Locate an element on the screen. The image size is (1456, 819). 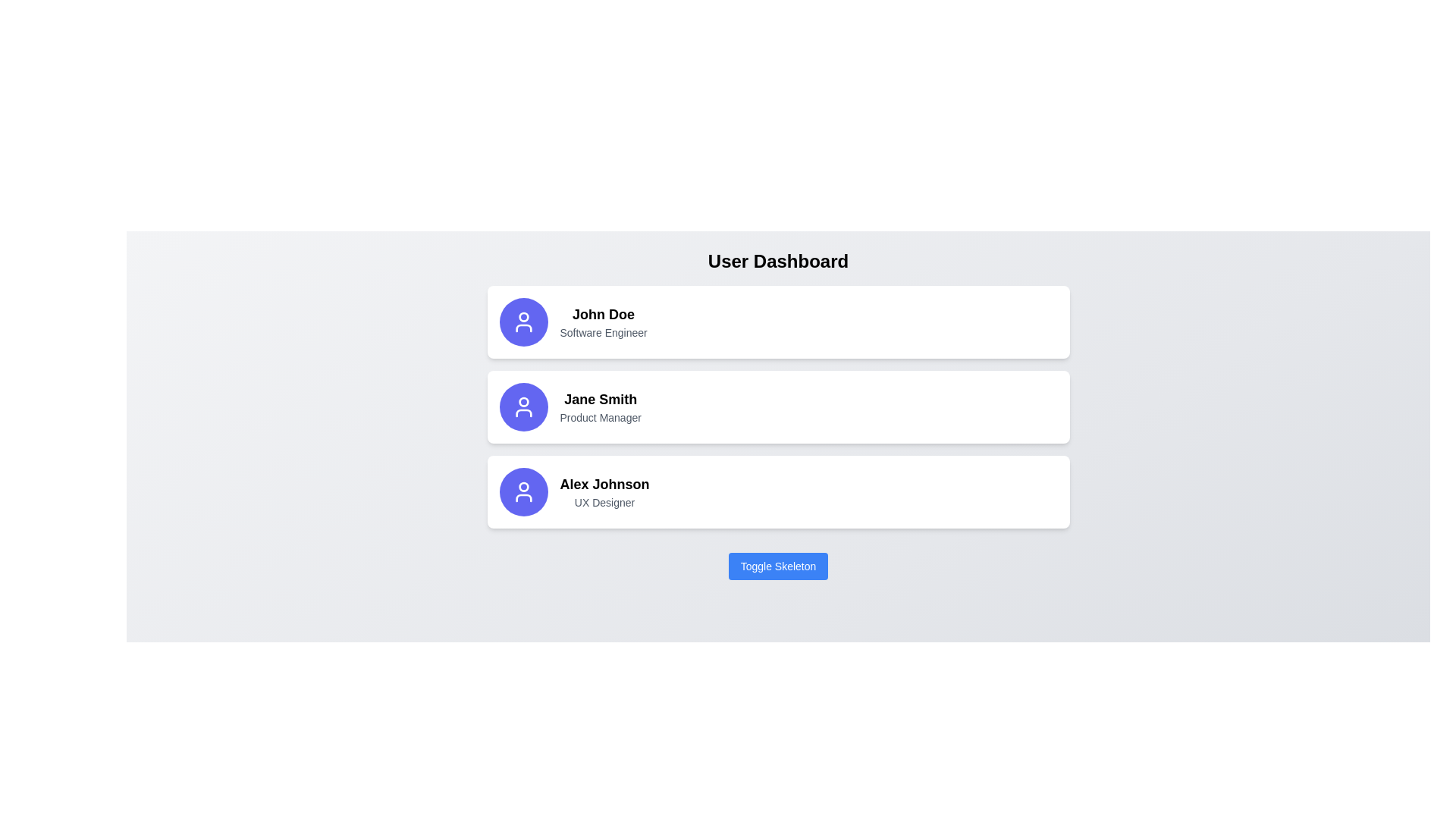
the 'Software Engineer' text label located beneath 'John Doe' in the first user card is located at coordinates (603, 332).